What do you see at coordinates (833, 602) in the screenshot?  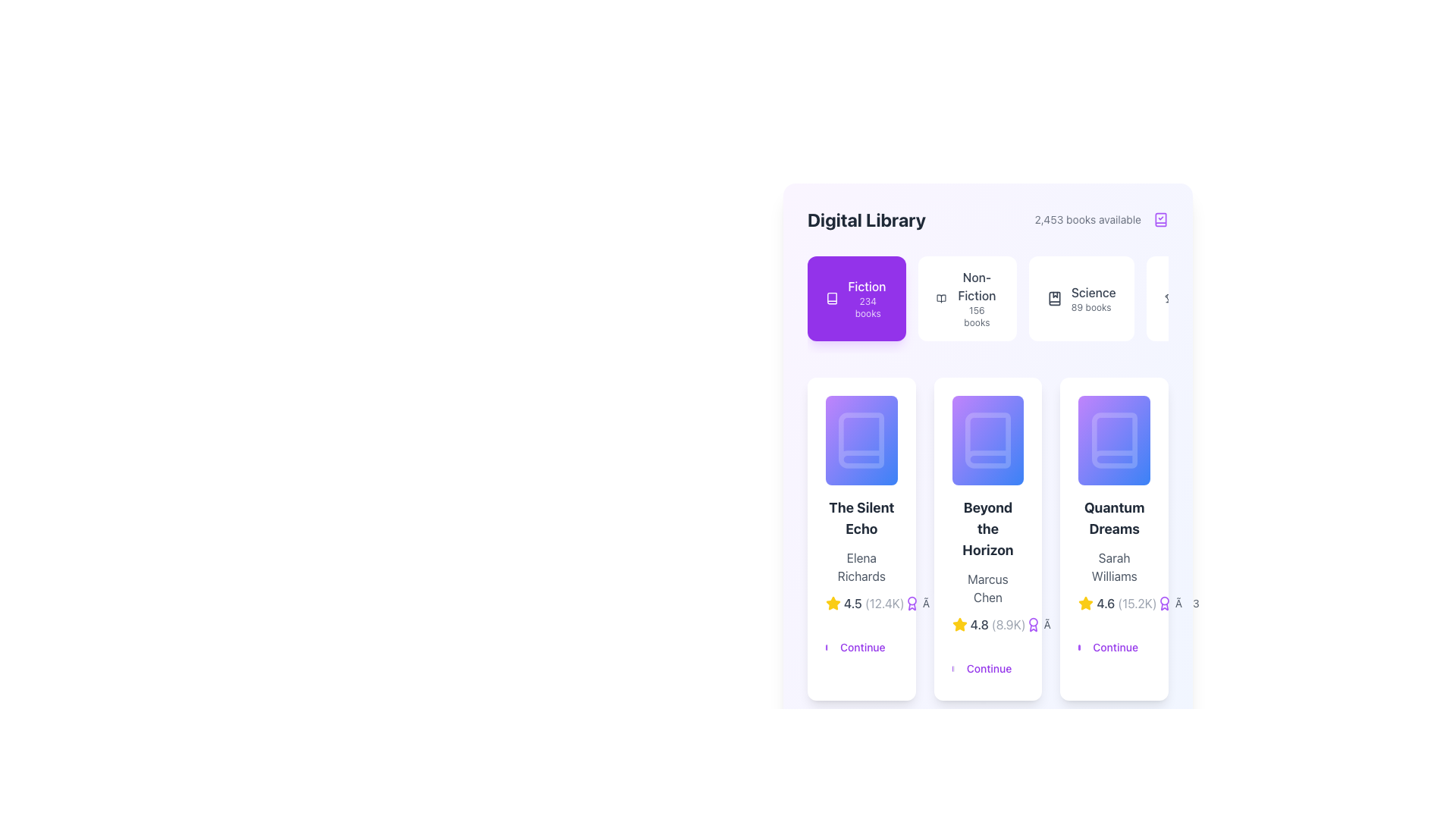 I see `the rating icon for 'The Silent Echo' book, which is positioned to the left of the text '4.5' and '(12.4K)' in the rating section` at bounding box center [833, 602].